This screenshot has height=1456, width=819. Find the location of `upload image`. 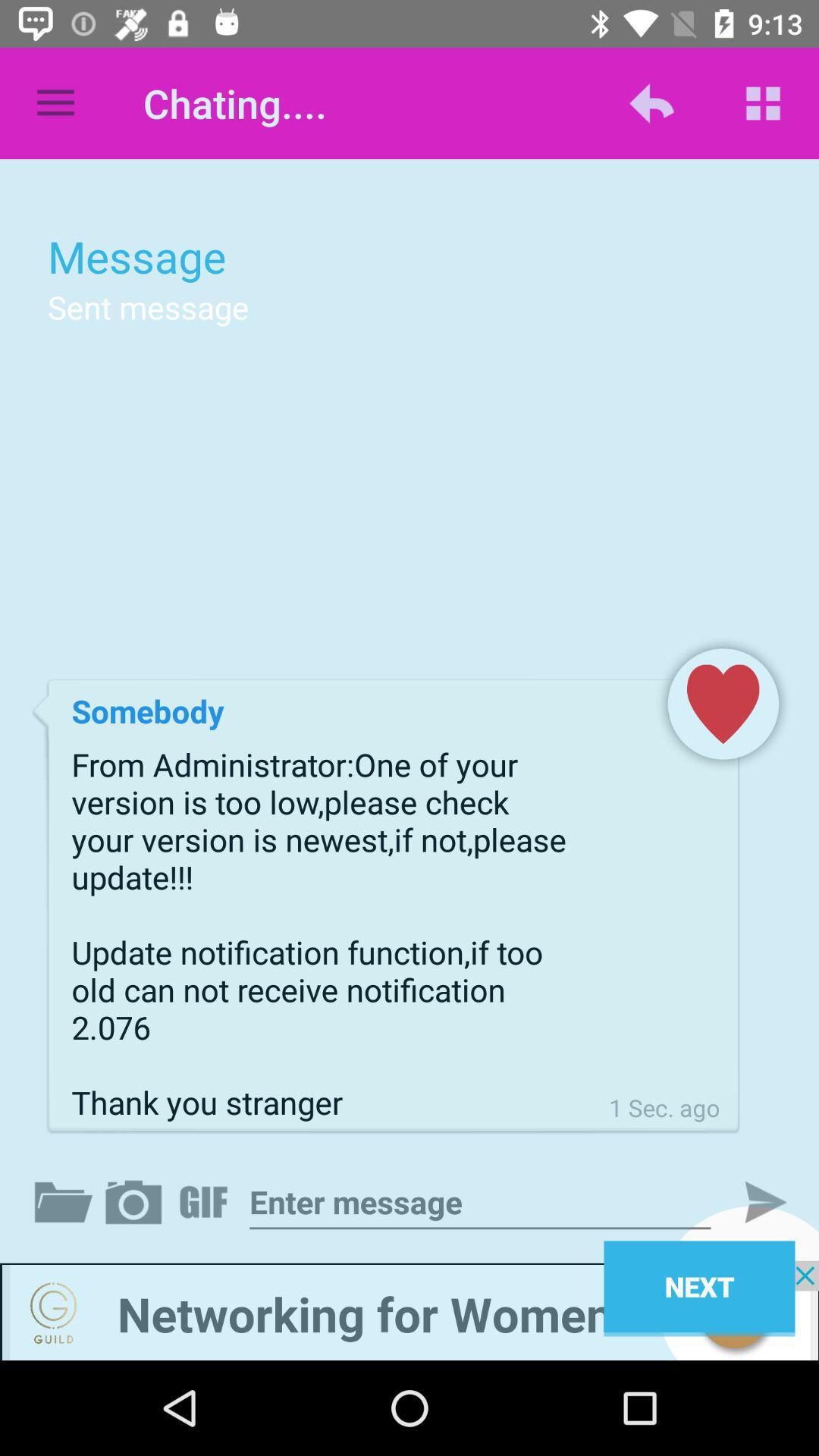

upload image is located at coordinates (136, 1201).